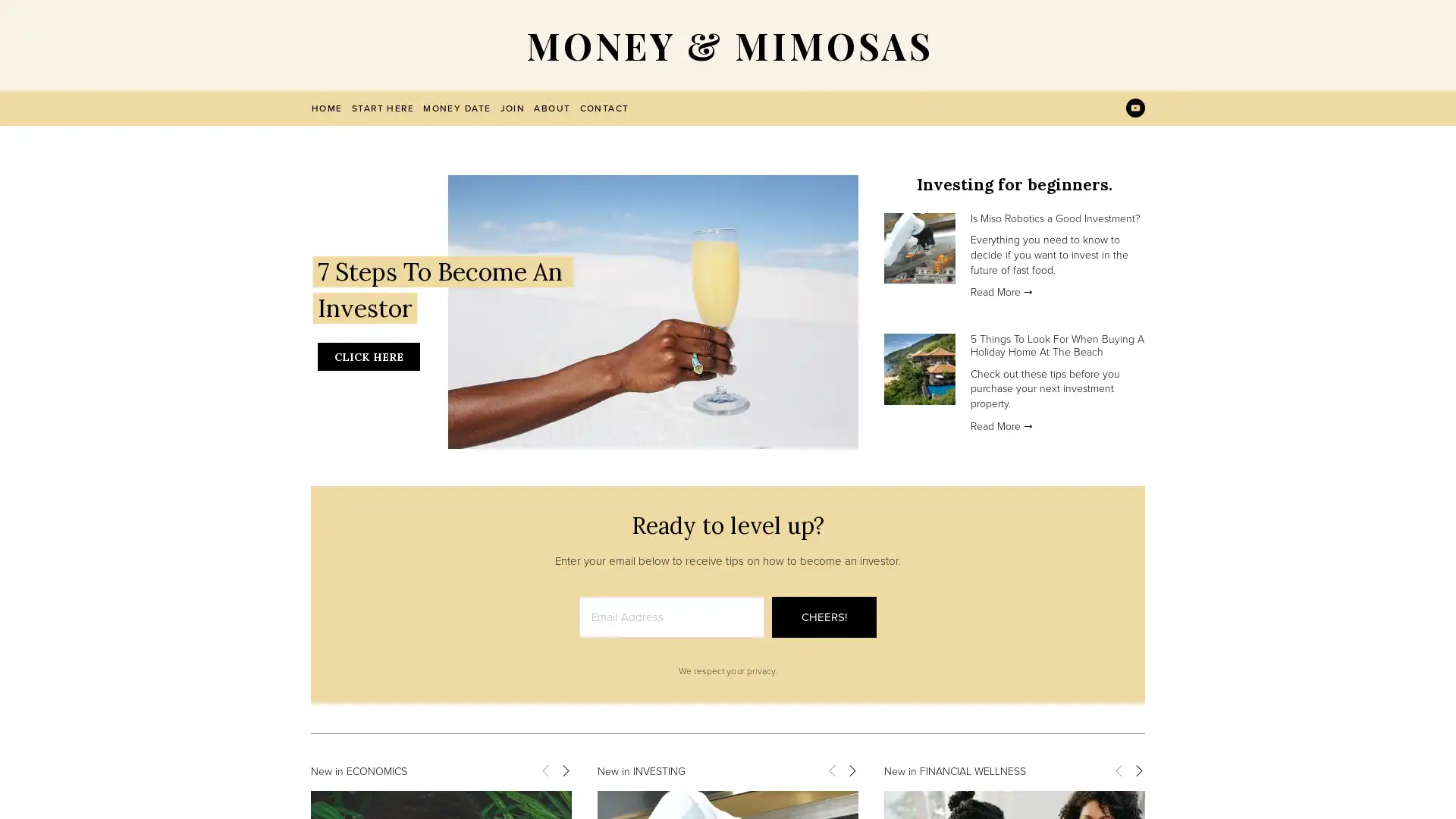  What do you see at coordinates (831, 769) in the screenshot?
I see `Previous` at bounding box center [831, 769].